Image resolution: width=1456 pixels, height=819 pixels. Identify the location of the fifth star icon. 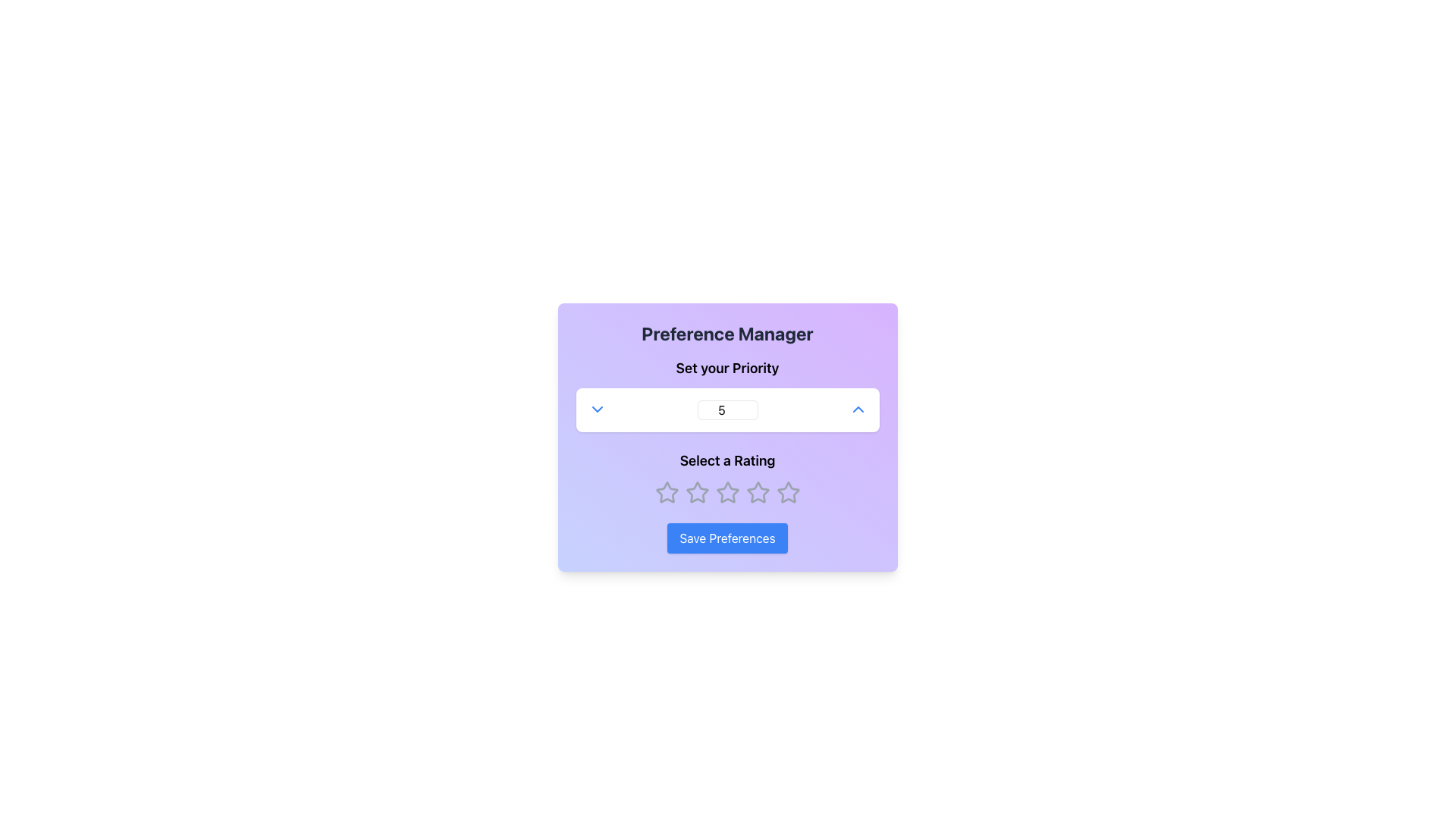
(787, 491).